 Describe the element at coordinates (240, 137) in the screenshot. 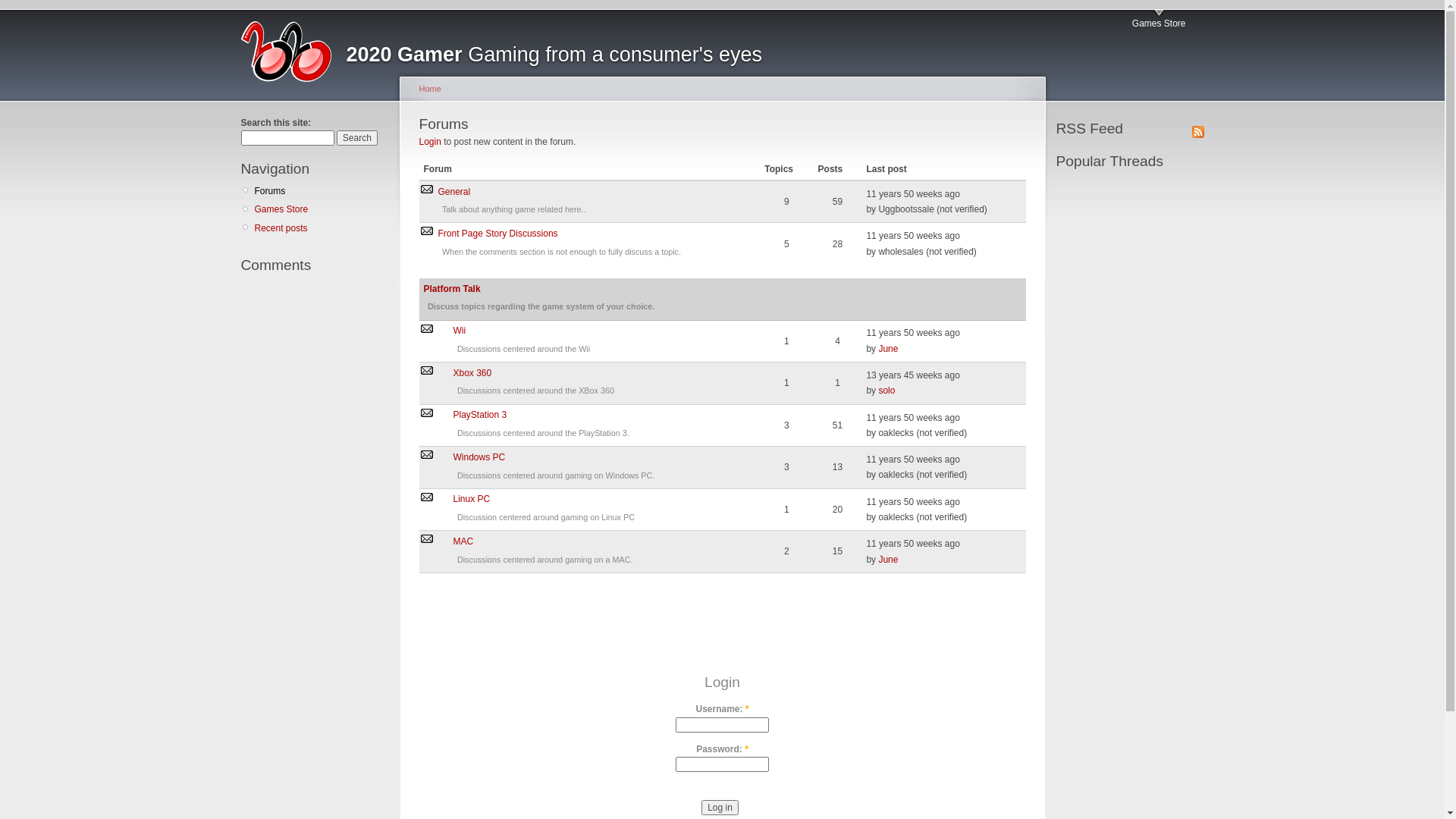

I see `'Enter the terms you wish to search for.'` at that location.